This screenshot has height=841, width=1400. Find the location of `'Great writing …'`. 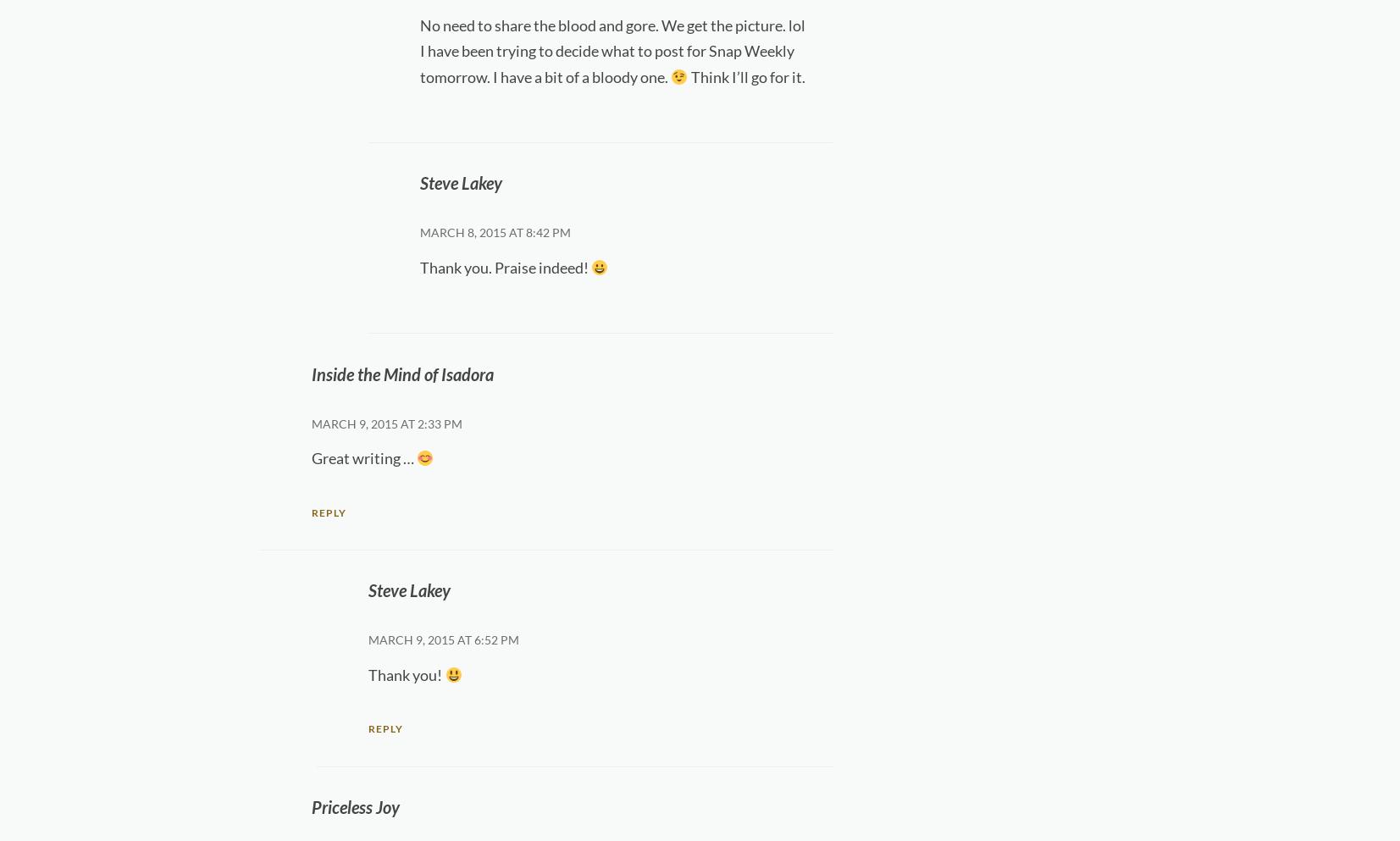

'Great writing …' is located at coordinates (309, 456).